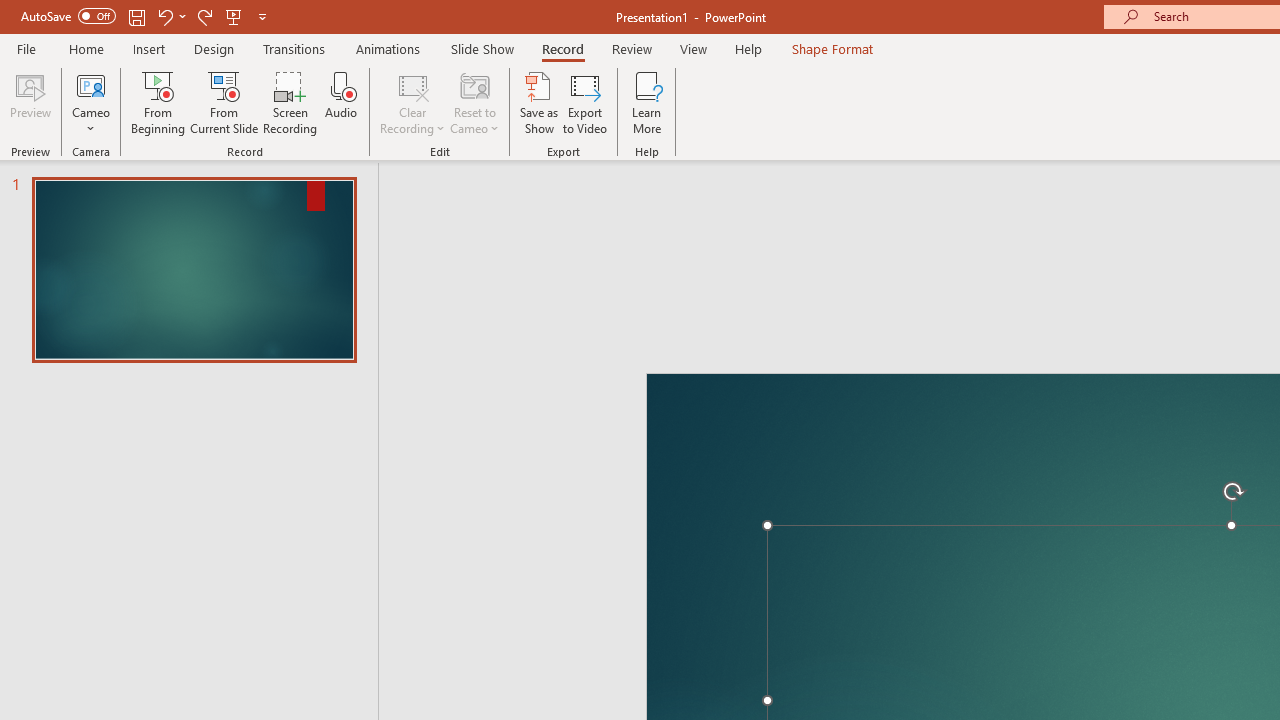 This screenshot has height=720, width=1280. Describe the element at coordinates (473, 103) in the screenshot. I see `'Reset to Cameo'` at that location.